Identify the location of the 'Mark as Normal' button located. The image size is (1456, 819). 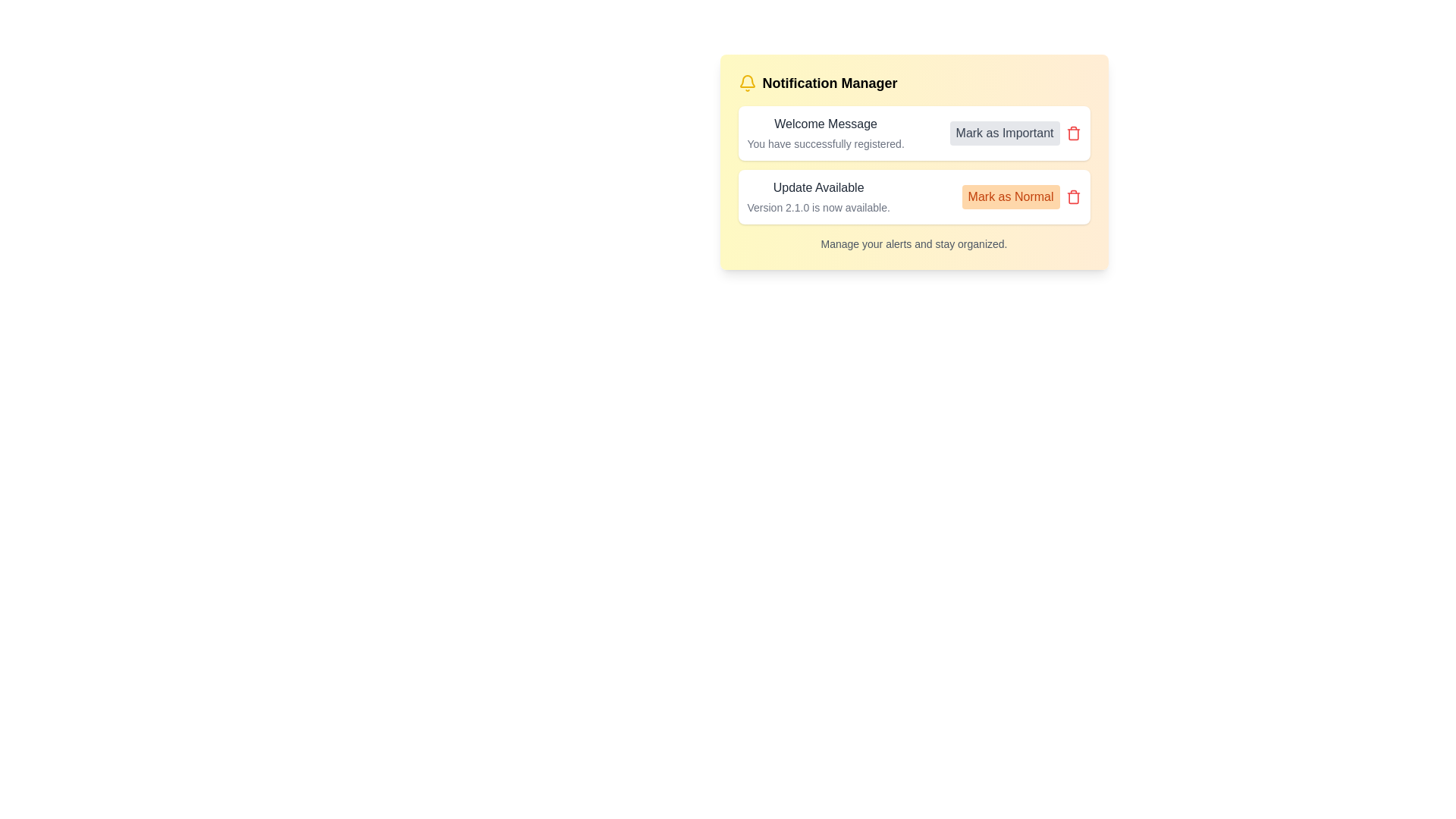
(1021, 196).